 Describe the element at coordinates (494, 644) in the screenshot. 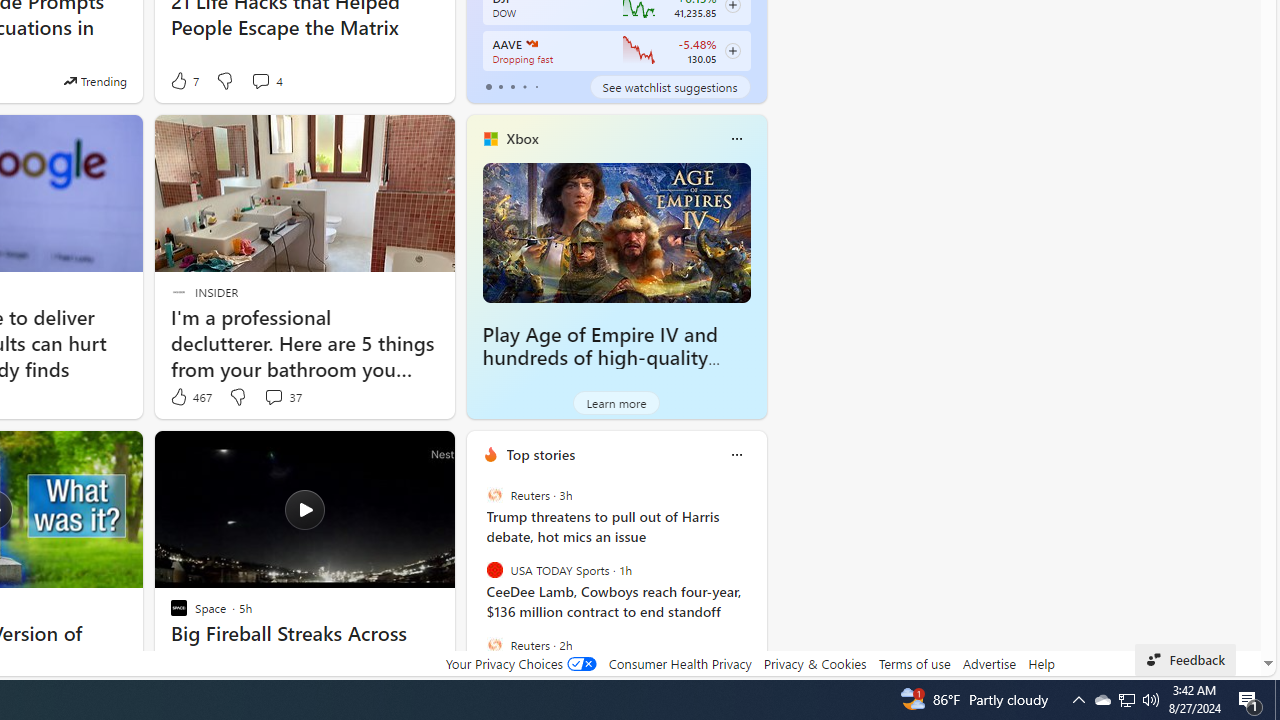

I see `'Reuters'` at that location.